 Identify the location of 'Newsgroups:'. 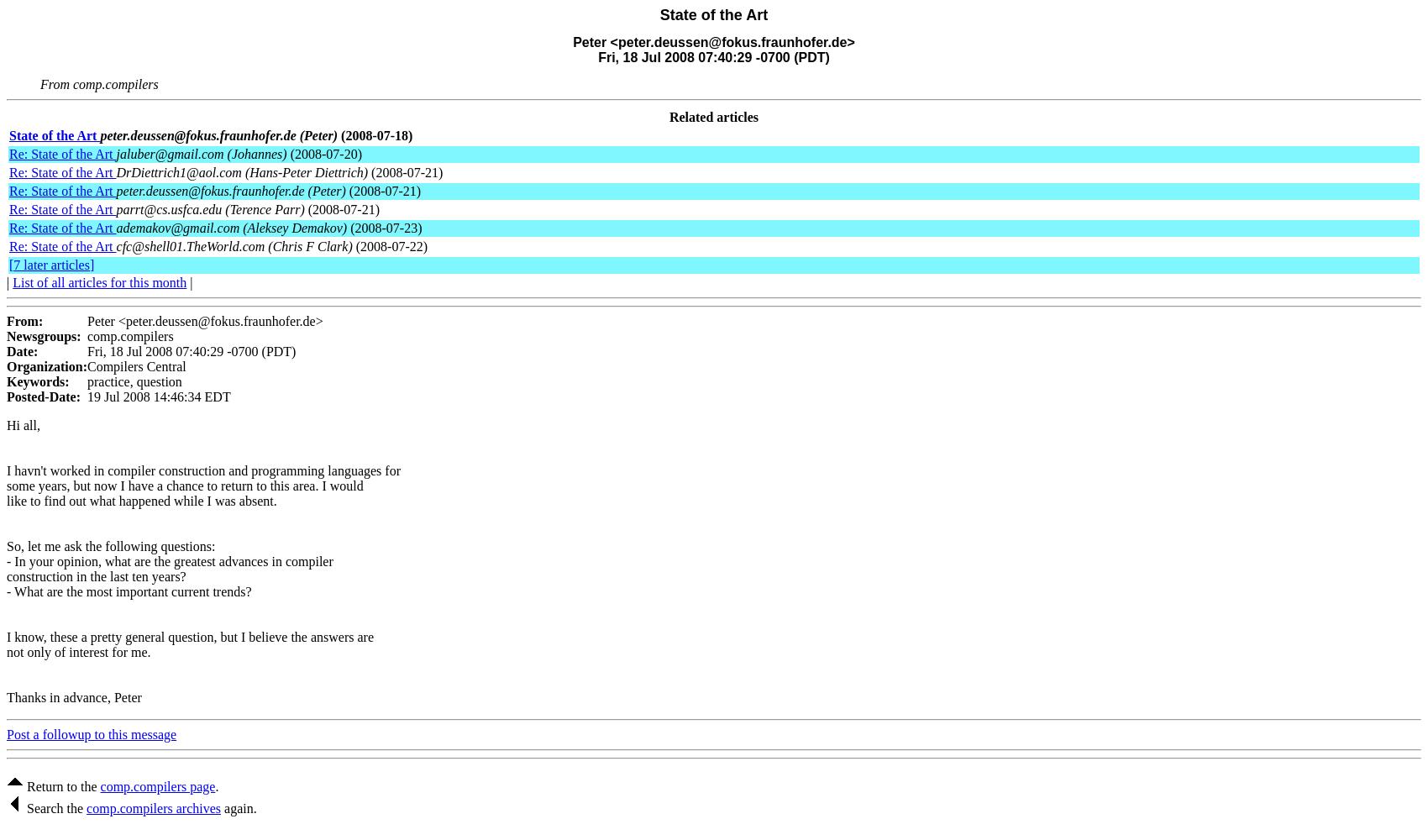
(44, 335).